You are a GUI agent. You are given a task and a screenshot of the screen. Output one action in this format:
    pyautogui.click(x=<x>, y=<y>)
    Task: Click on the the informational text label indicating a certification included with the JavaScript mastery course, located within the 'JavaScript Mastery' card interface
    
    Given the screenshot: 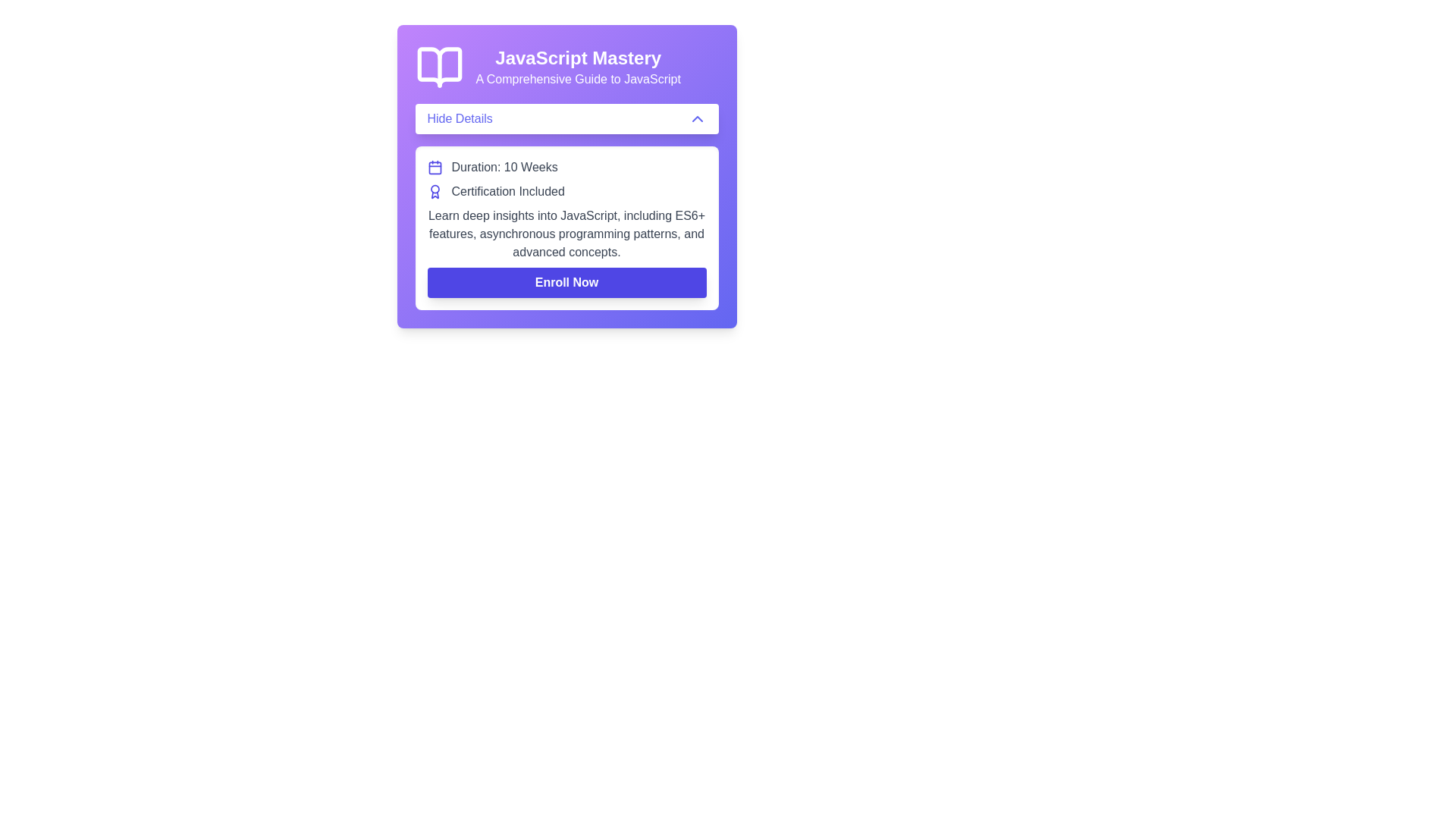 What is the action you would take?
    pyautogui.click(x=508, y=191)
    